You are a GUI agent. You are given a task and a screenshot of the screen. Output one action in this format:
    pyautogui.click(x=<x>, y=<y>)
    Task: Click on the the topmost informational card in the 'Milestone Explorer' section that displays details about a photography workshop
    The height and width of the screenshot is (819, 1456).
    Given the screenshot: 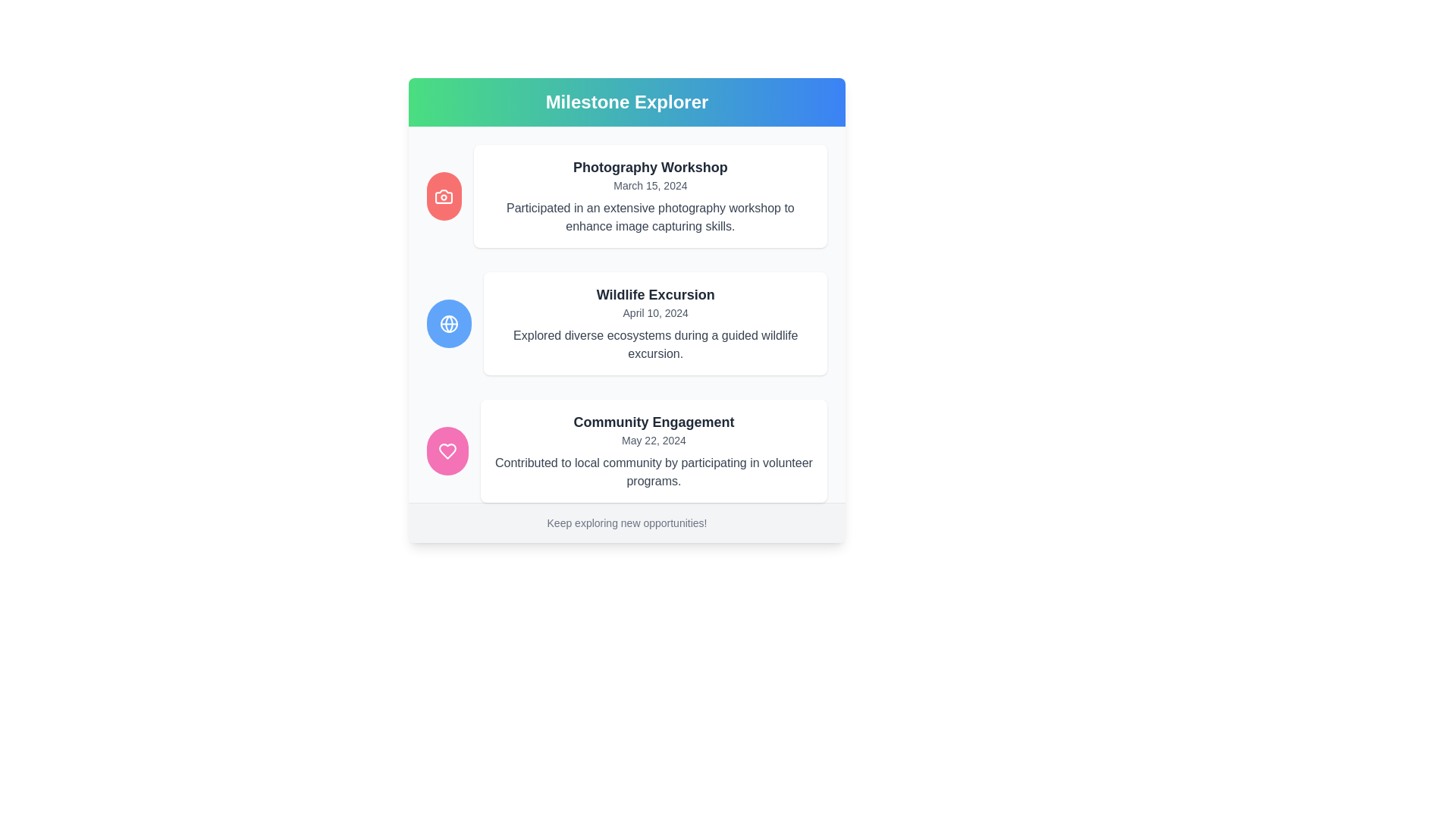 What is the action you would take?
    pyautogui.click(x=650, y=195)
    